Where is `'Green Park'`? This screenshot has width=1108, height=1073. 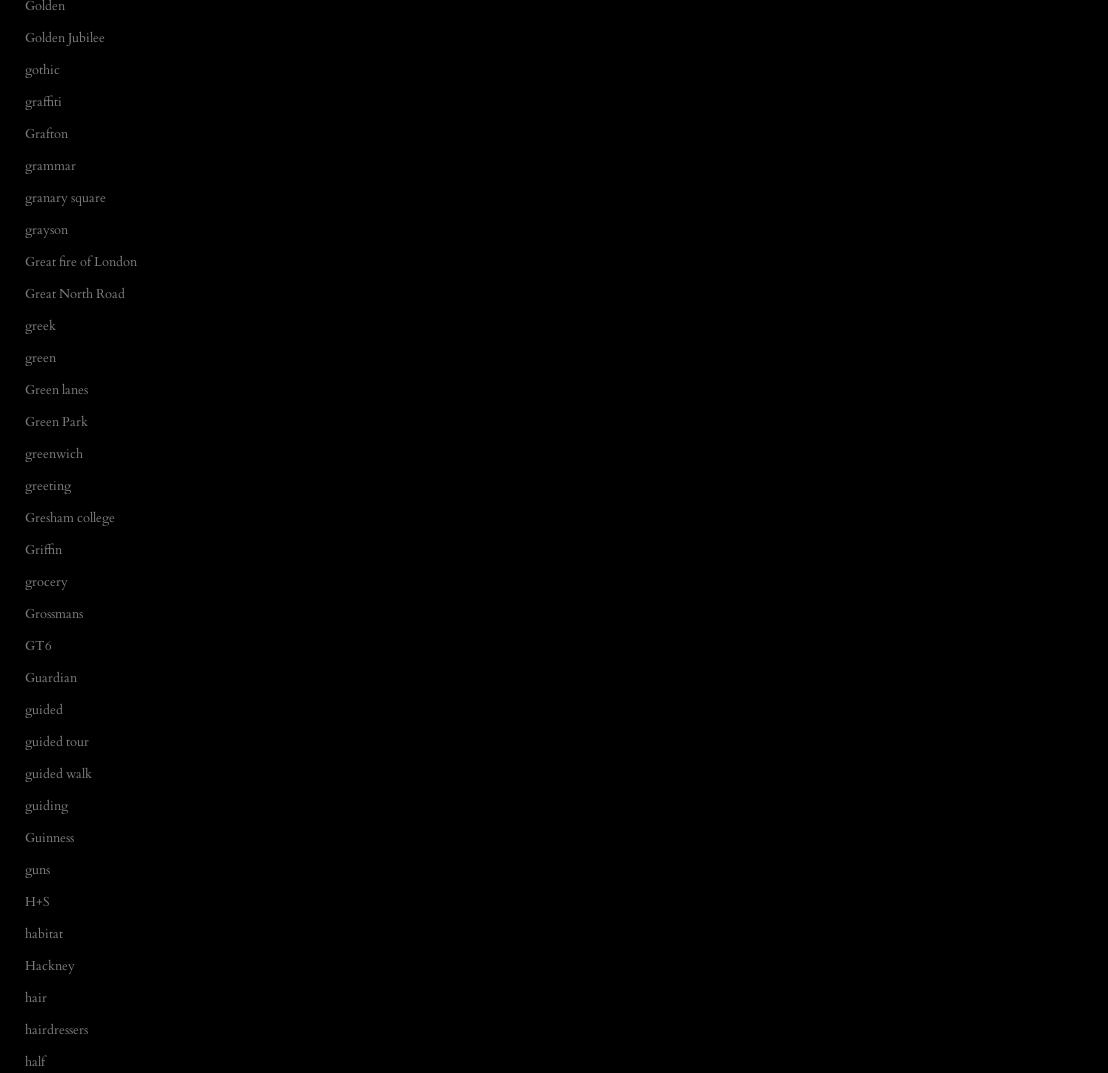 'Green Park' is located at coordinates (55, 421).